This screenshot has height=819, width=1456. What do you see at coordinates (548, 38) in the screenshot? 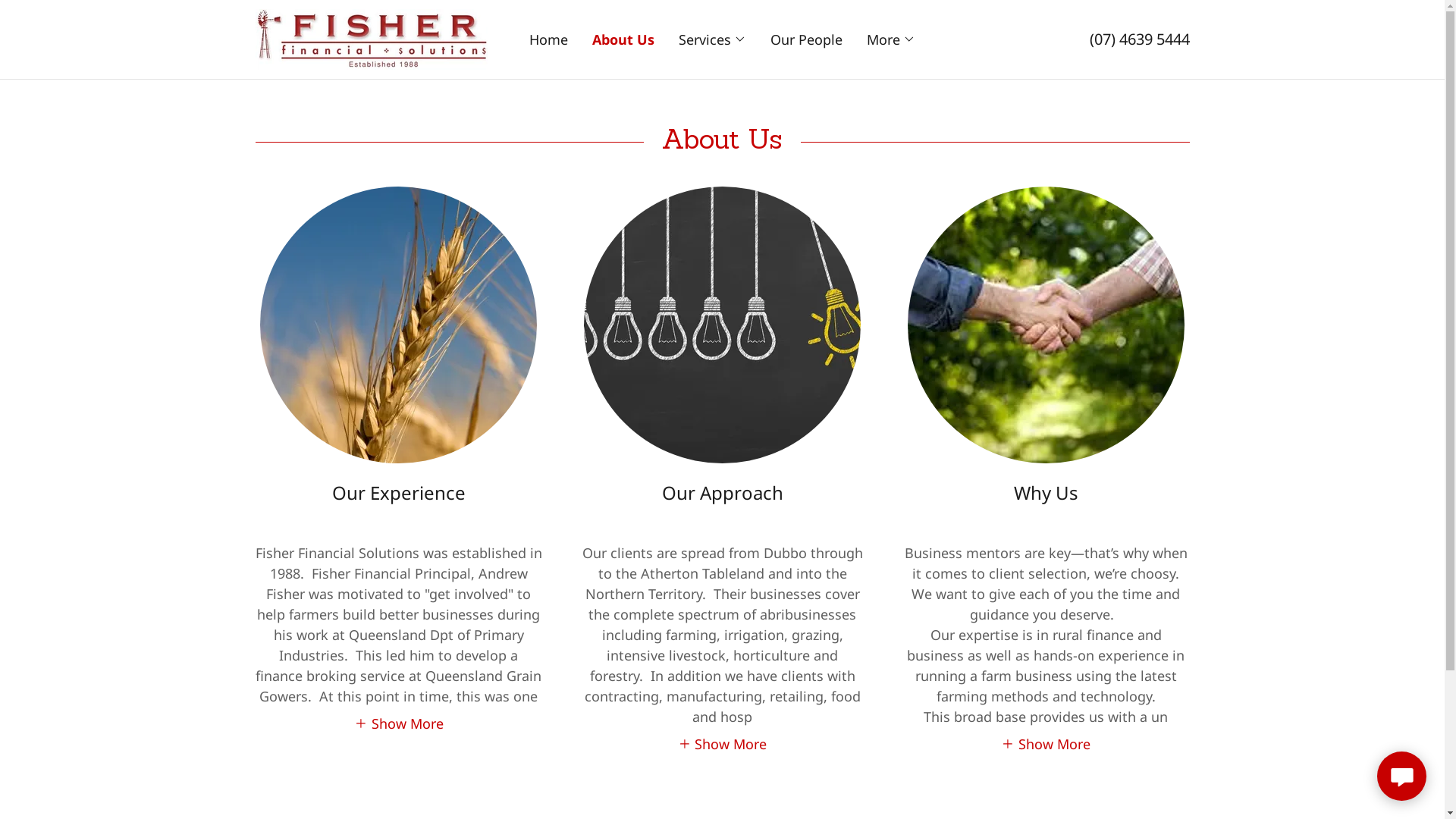
I see `'Home'` at bounding box center [548, 38].